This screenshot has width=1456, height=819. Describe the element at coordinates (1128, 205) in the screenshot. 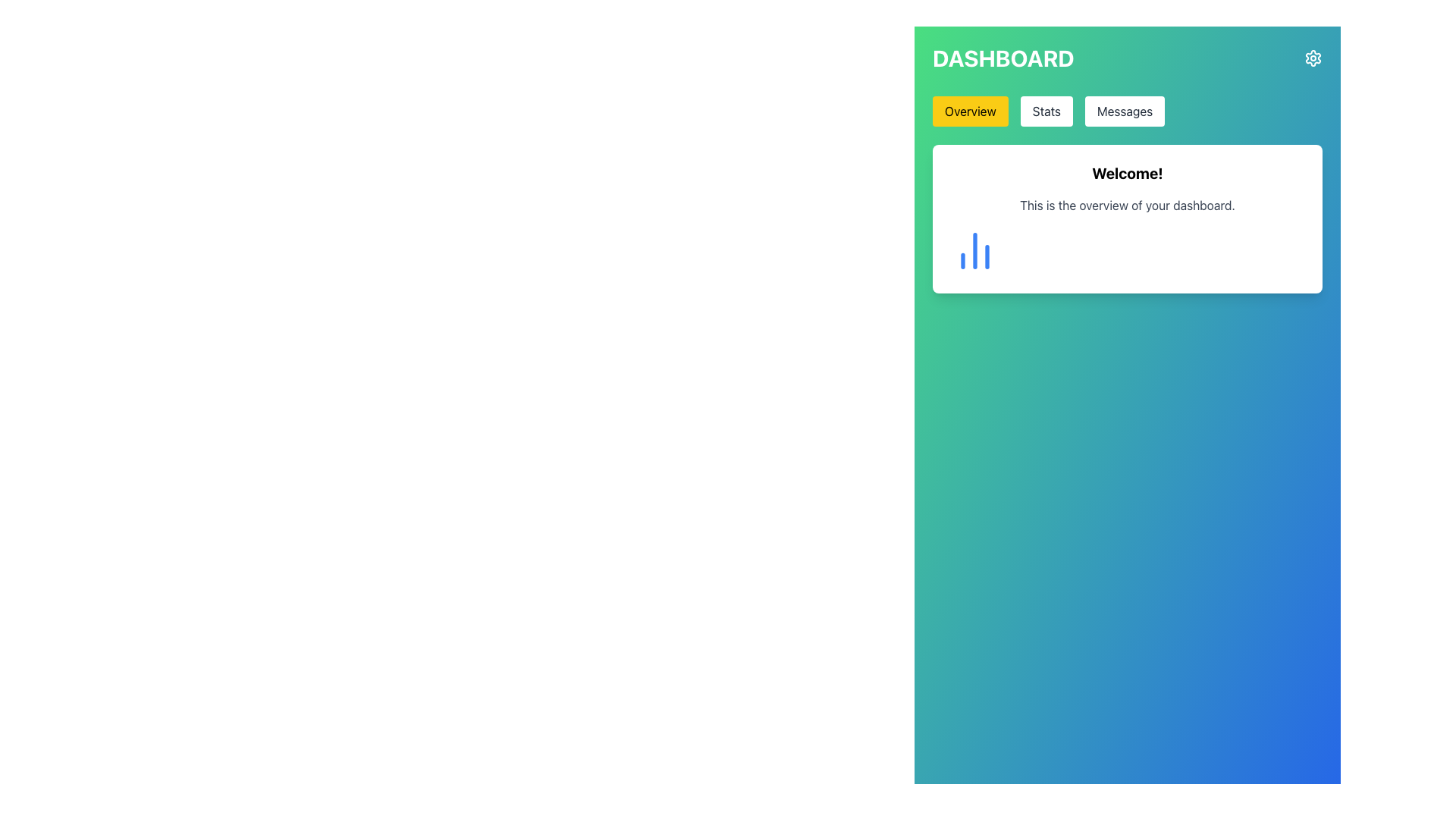

I see `the Text Label that reads 'This is the overview of your dashboard.' with a gray-colored font, positioned below the 'Welcome!' heading in the dashboard` at that location.